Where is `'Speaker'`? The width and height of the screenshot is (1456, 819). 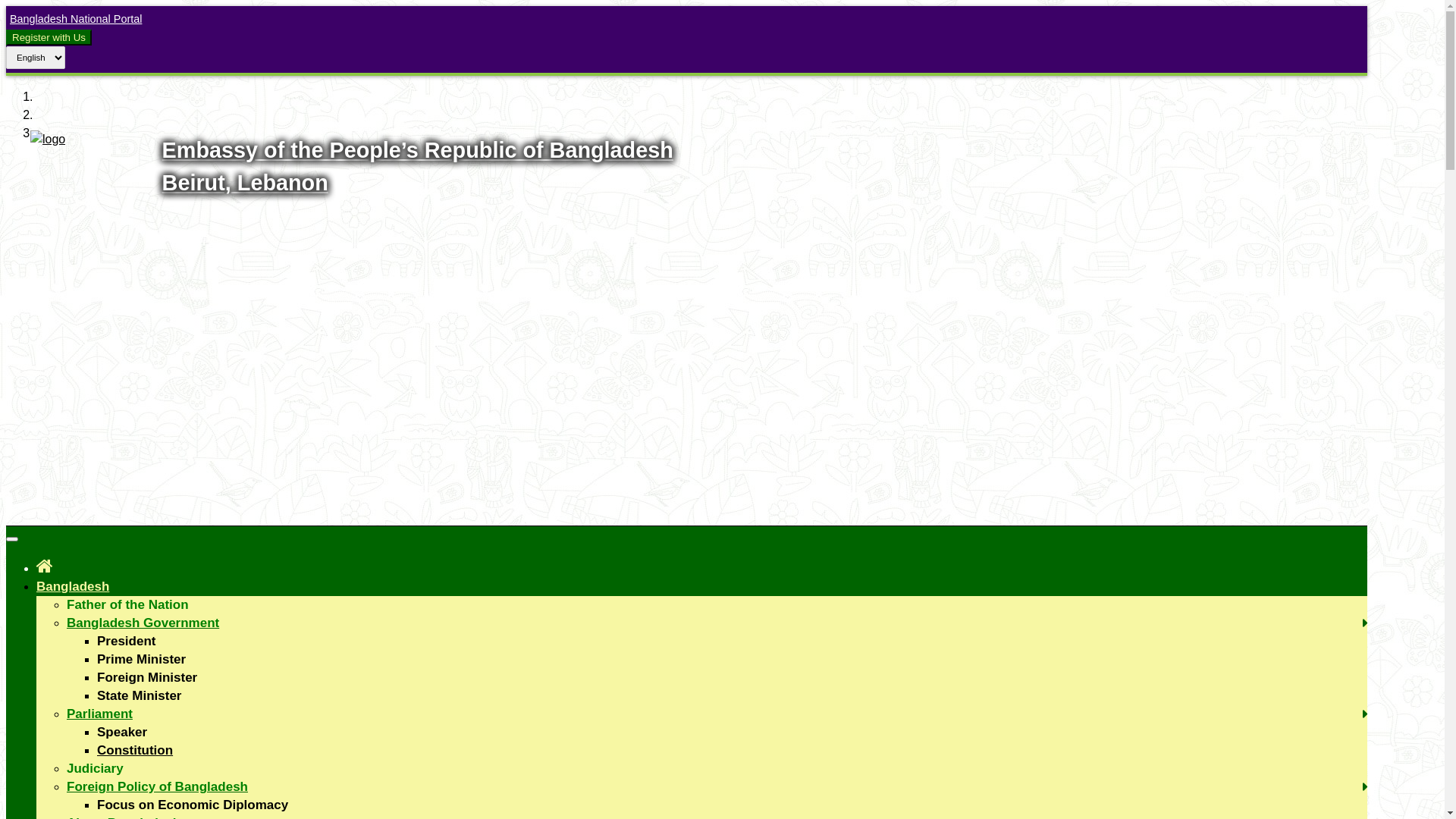
'Speaker' is located at coordinates (96, 731).